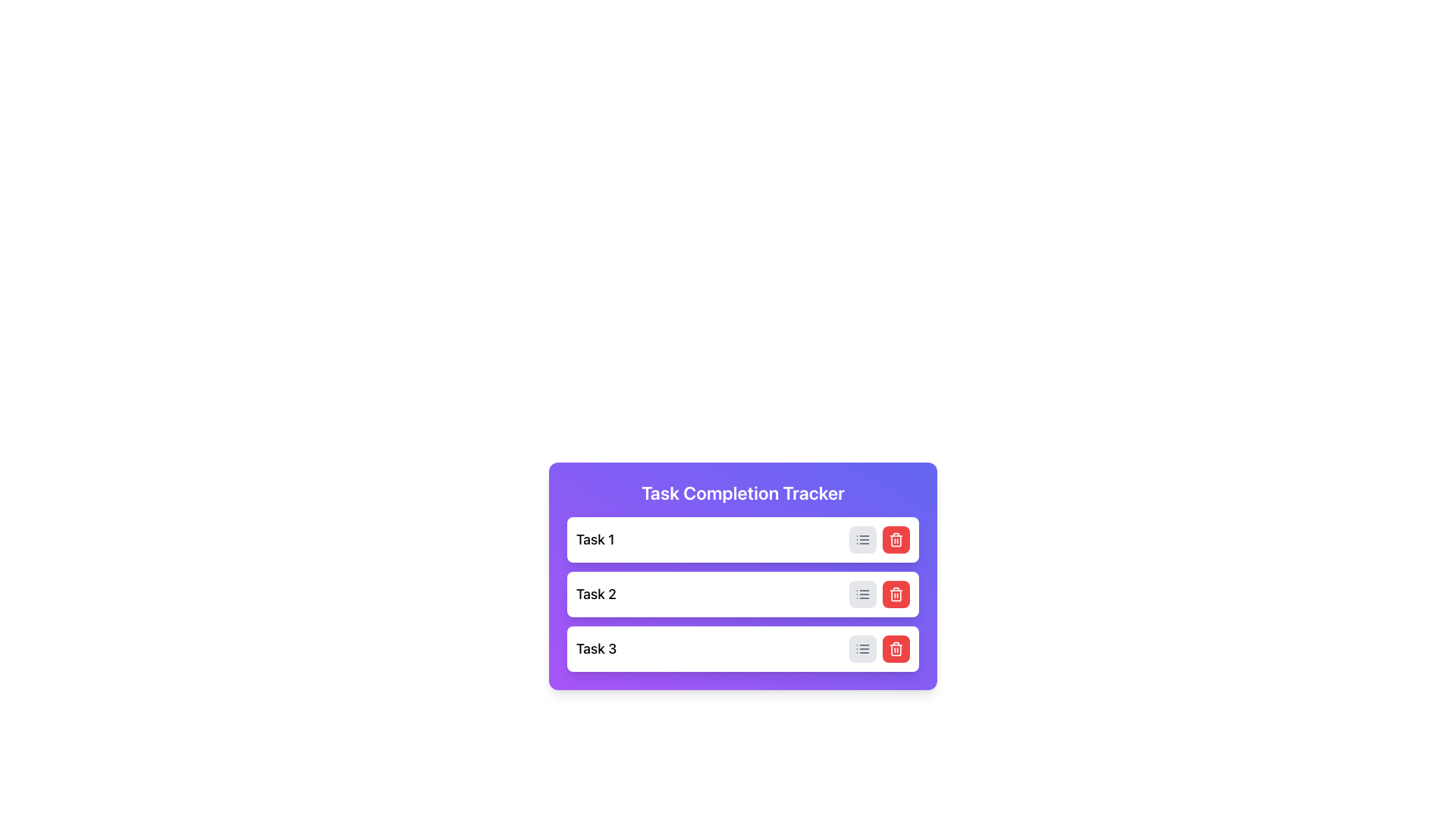 The height and width of the screenshot is (819, 1456). I want to click on the left button of the segmented group of action controls for tasks, located within the 'Task 2' layout, so click(880, 593).